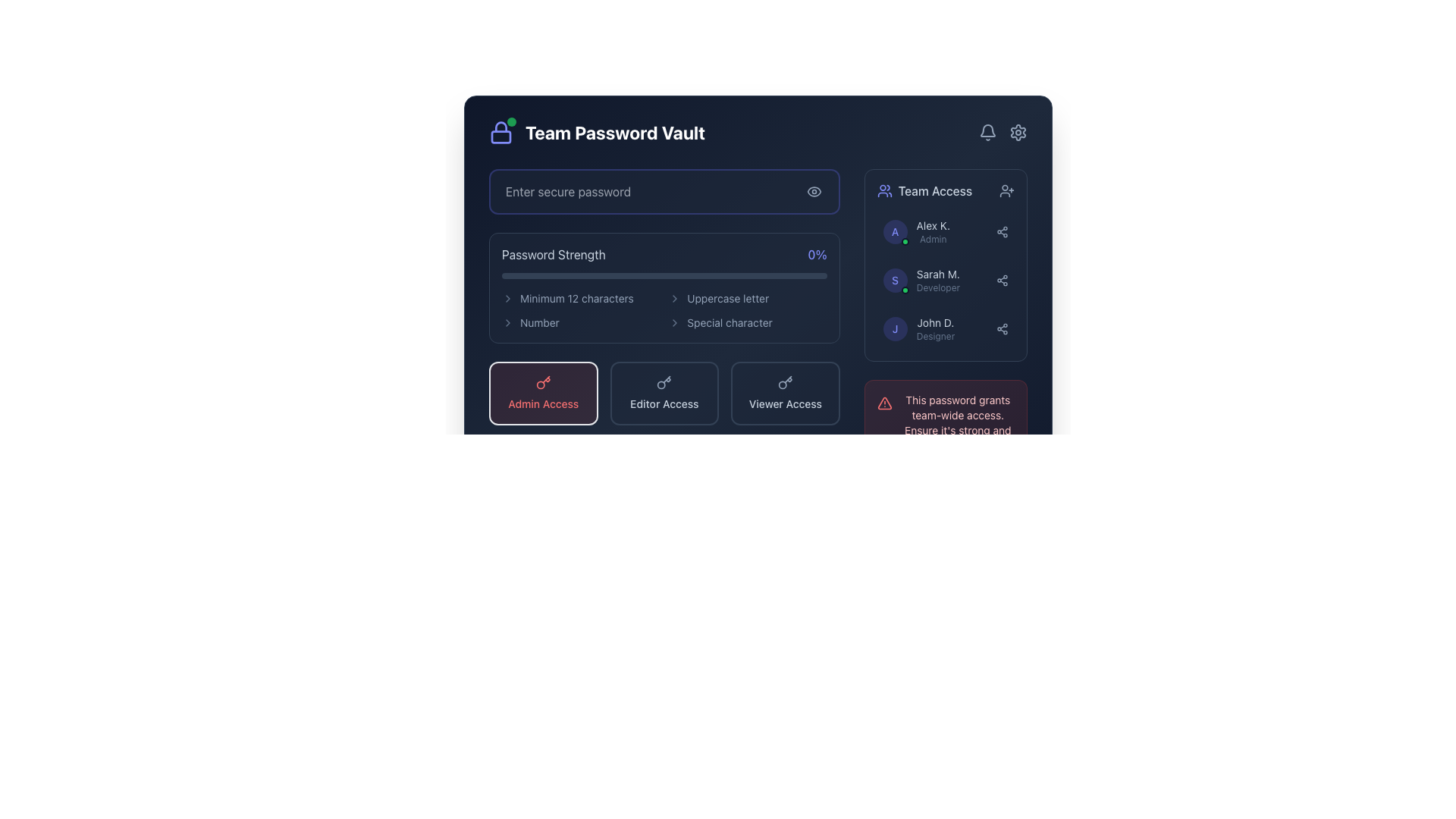 The width and height of the screenshot is (1456, 819). I want to click on the static text label reading 'John D.' which is styled in light gray and located in the 'Team Access' section, specifically the first line of the entry for 'John D., Designer', so click(934, 322).